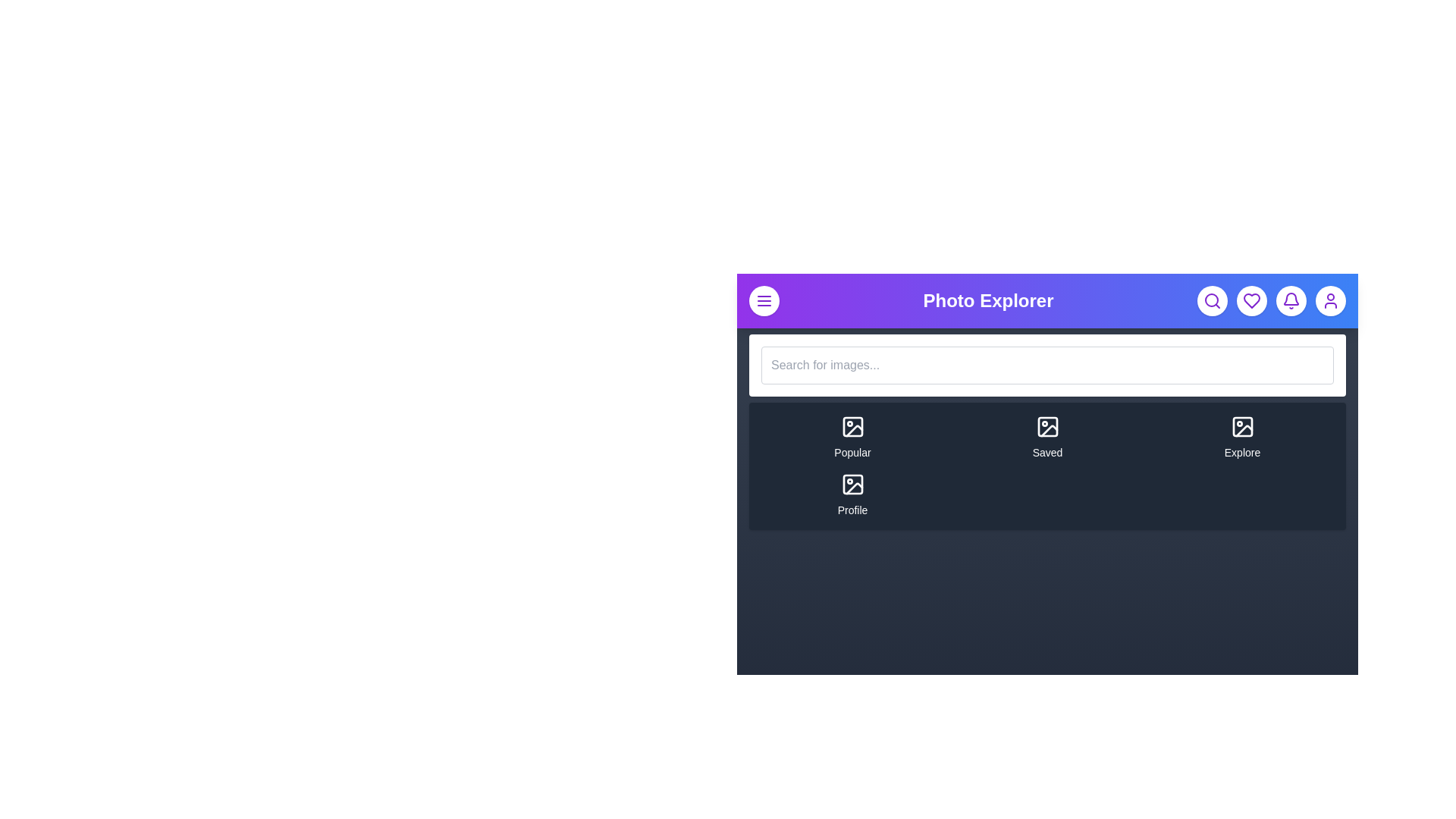  Describe the element at coordinates (1046, 438) in the screenshot. I see `the navigation item Saved` at that location.